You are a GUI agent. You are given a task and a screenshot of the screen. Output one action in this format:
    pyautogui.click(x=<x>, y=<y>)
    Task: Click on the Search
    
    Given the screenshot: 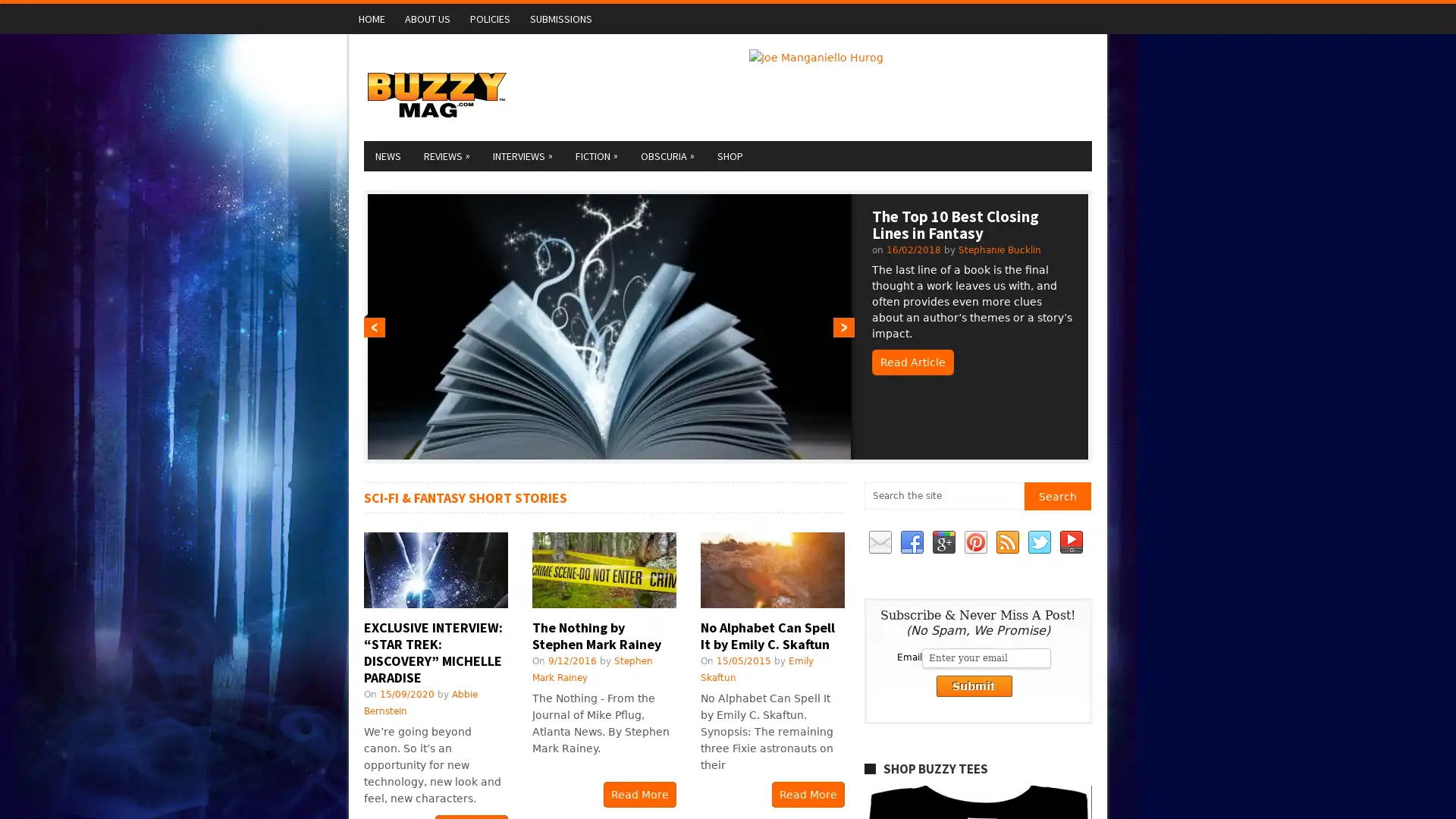 What is the action you would take?
    pyautogui.click(x=1056, y=496)
    